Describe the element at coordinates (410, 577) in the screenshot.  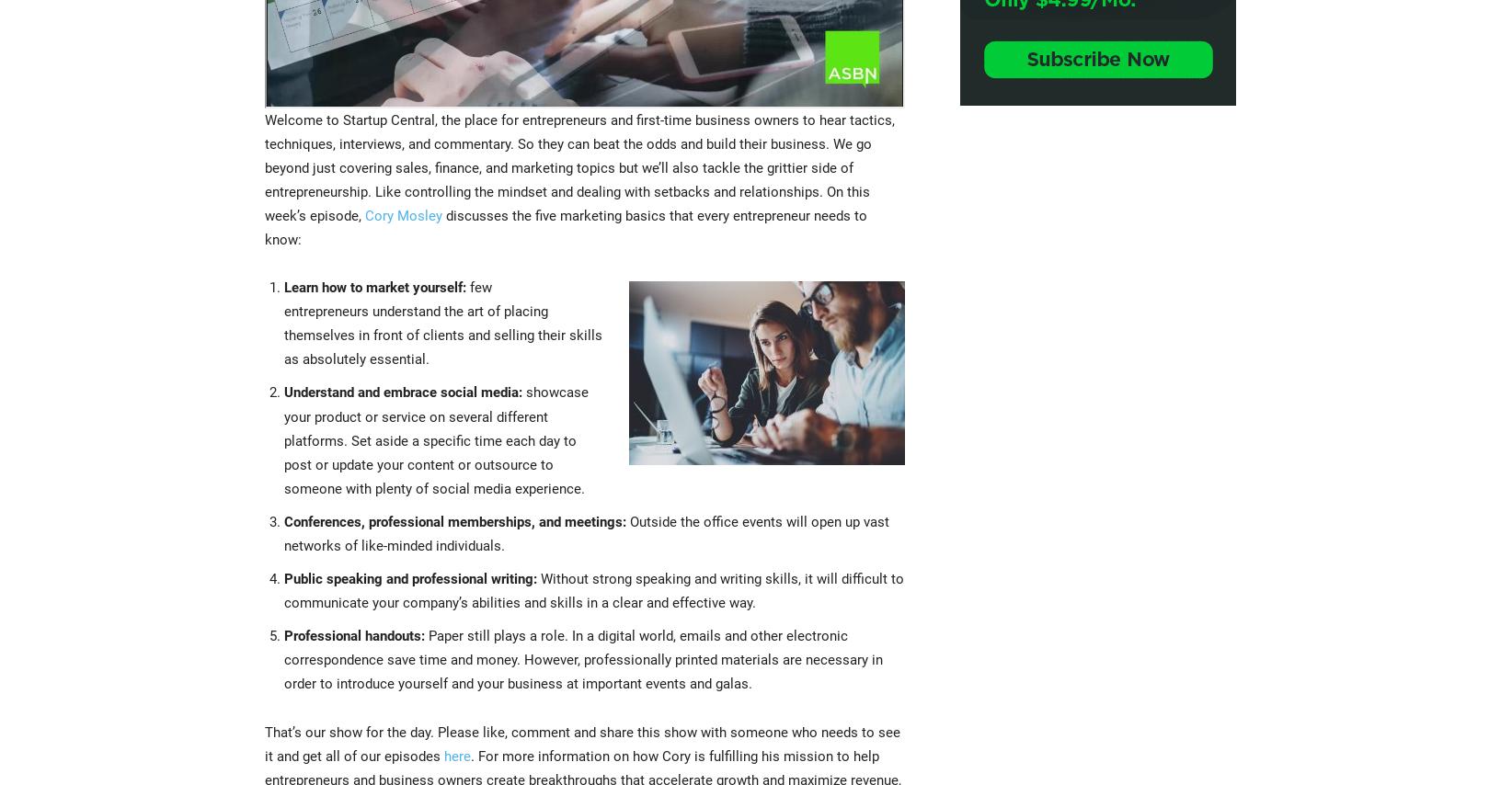
I see `'Public speaking and professional writing:'` at that location.